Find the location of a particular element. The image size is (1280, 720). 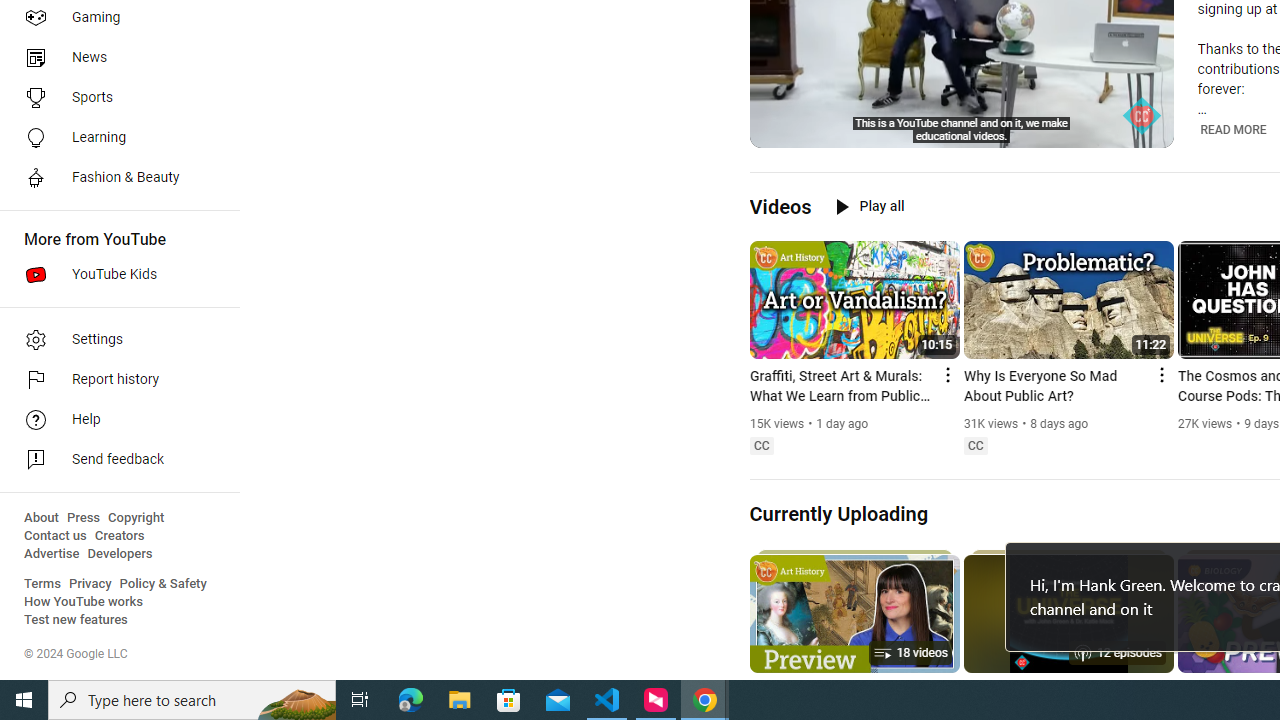

'Sports' is located at coordinates (112, 97).